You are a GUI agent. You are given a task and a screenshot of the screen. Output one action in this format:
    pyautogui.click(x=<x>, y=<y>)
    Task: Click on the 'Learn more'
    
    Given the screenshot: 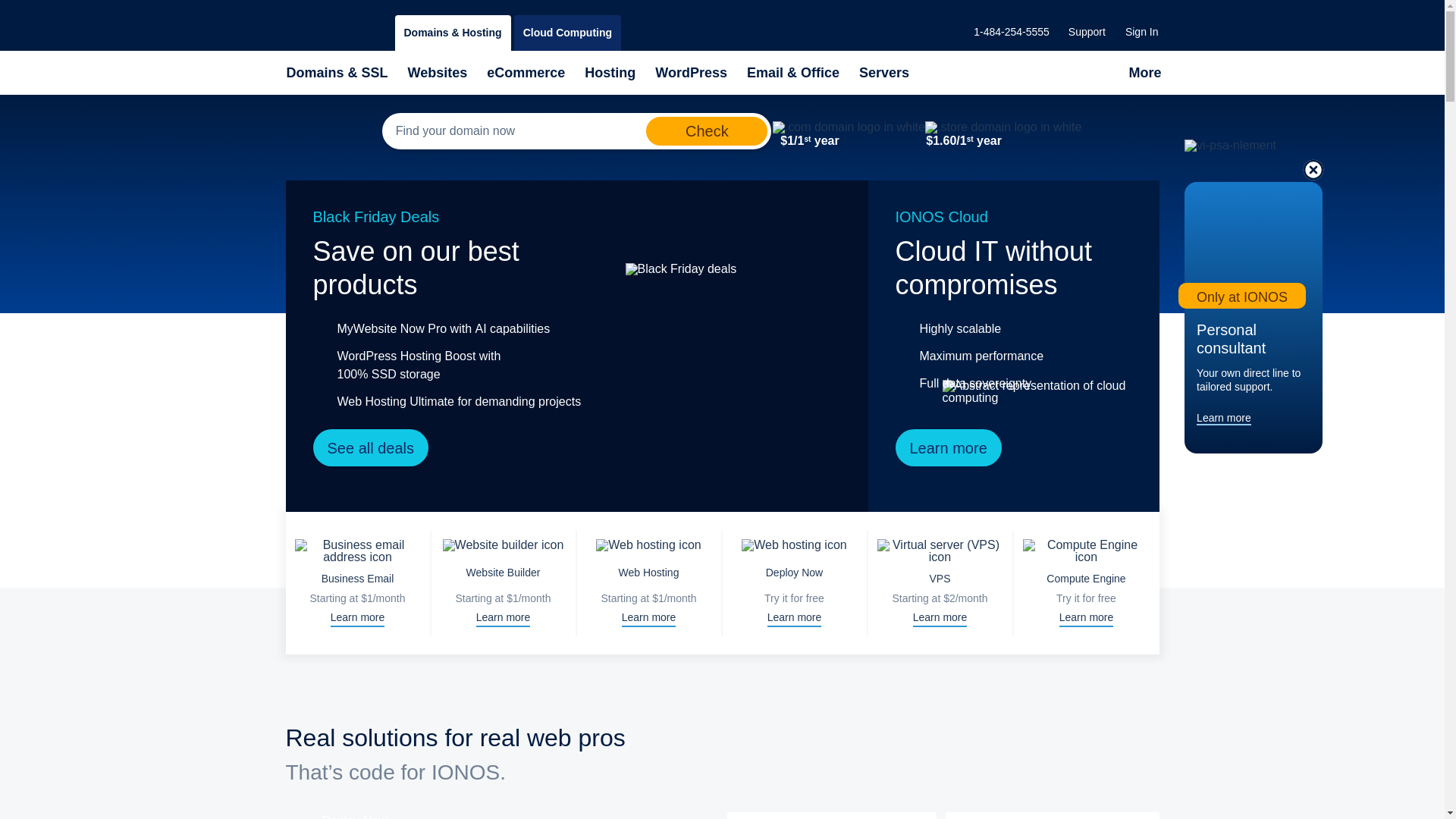 What is the action you would take?
    pyautogui.click(x=1223, y=418)
    